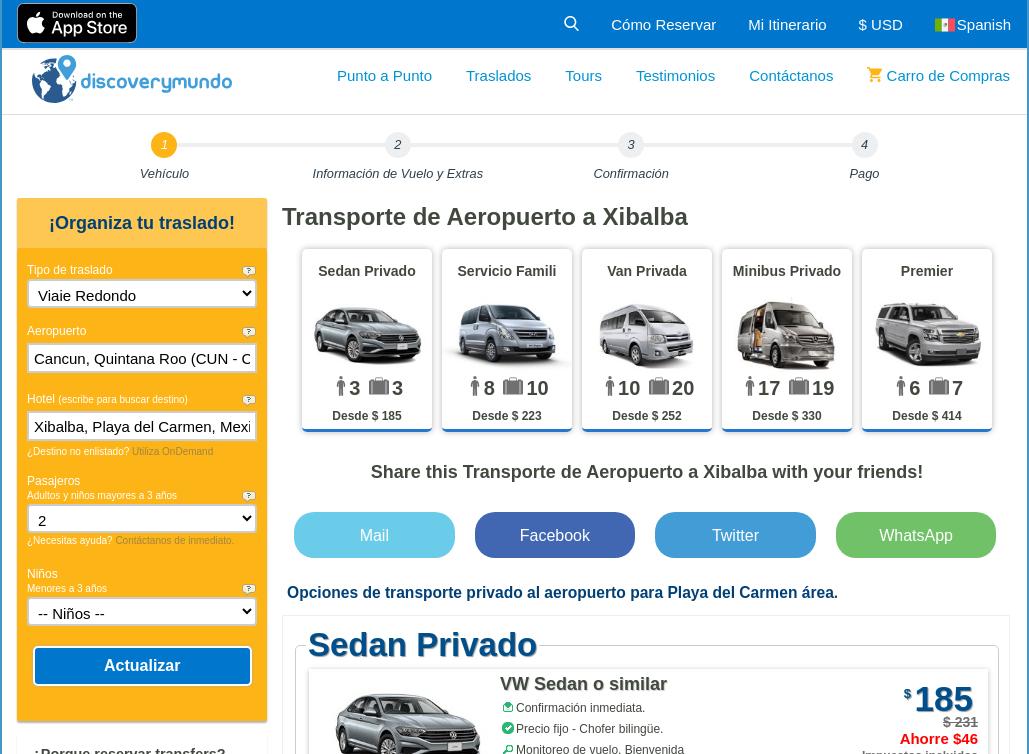 The height and width of the screenshot is (754, 1029). Describe the element at coordinates (682, 387) in the screenshot. I see `'20'` at that location.